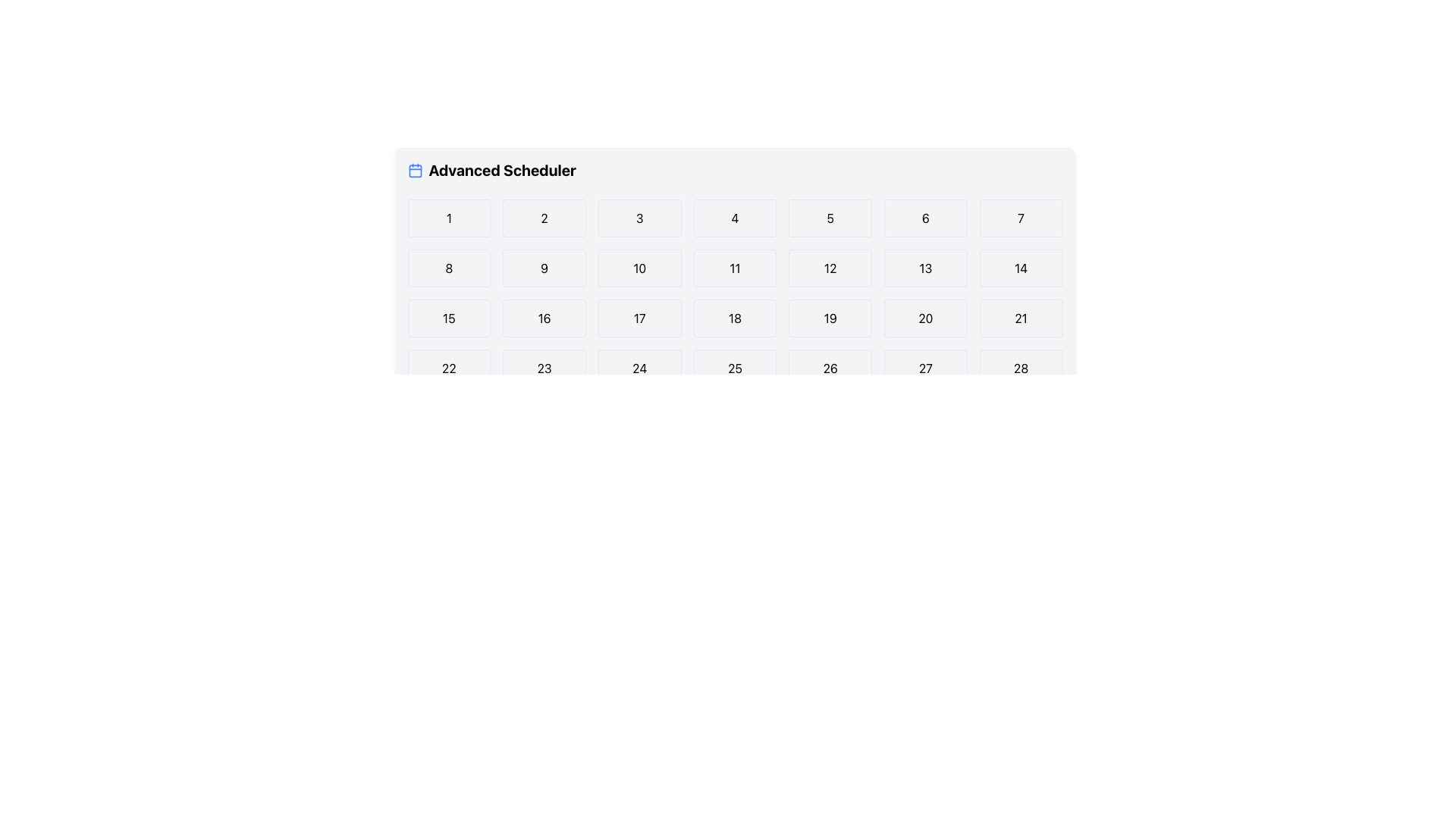 The width and height of the screenshot is (1456, 819). Describe the element at coordinates (924, 268) in the screenshot. I see `the Interactive calendar day selector, which is a small rectangular box with a light gray background containing the number '13' in black text` at that location.